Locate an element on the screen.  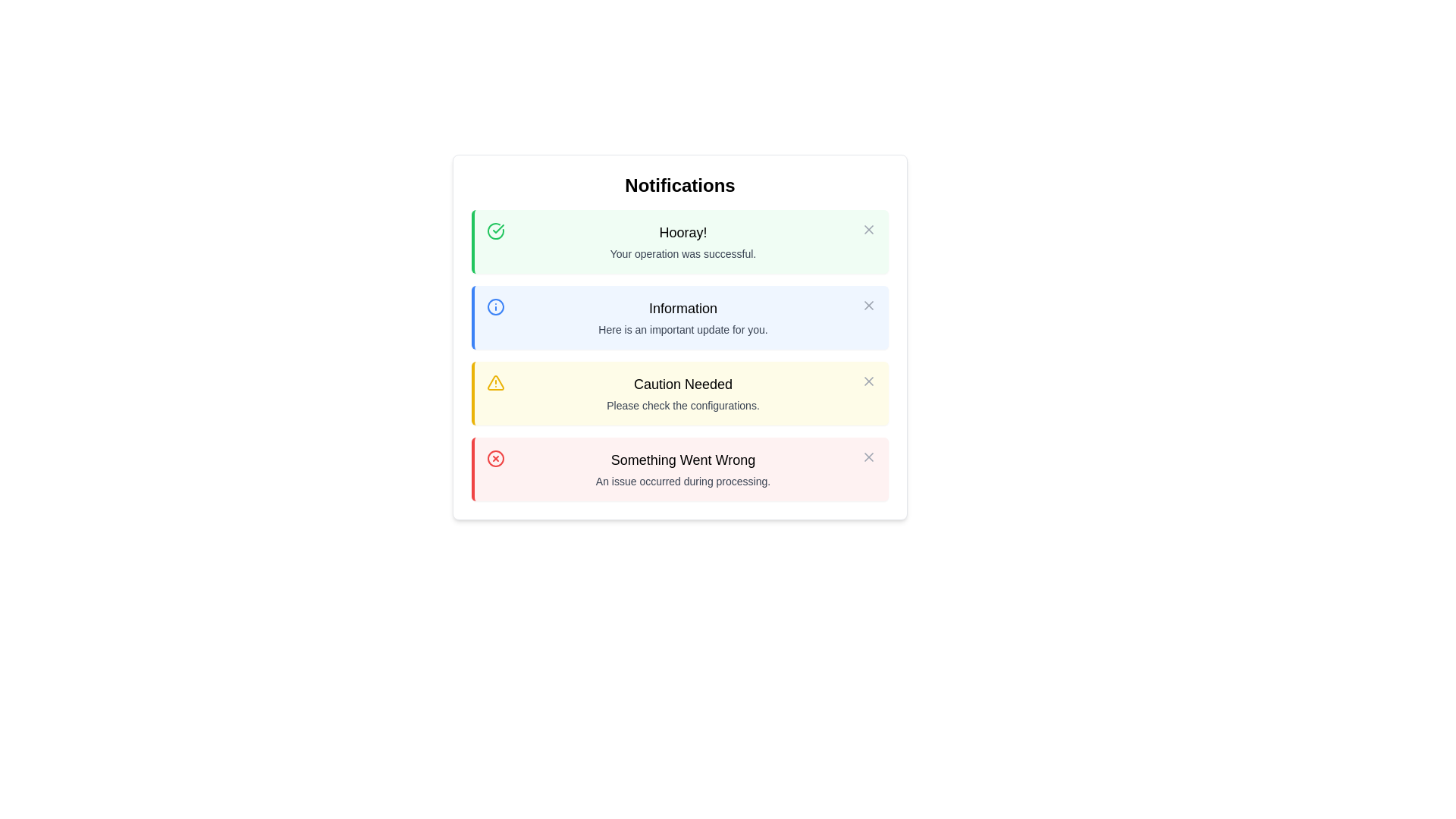
the second notification card, located between the 'Hooray!' and 'Caution Needed' cards in the notification panel is located at coordinates (679, 336).